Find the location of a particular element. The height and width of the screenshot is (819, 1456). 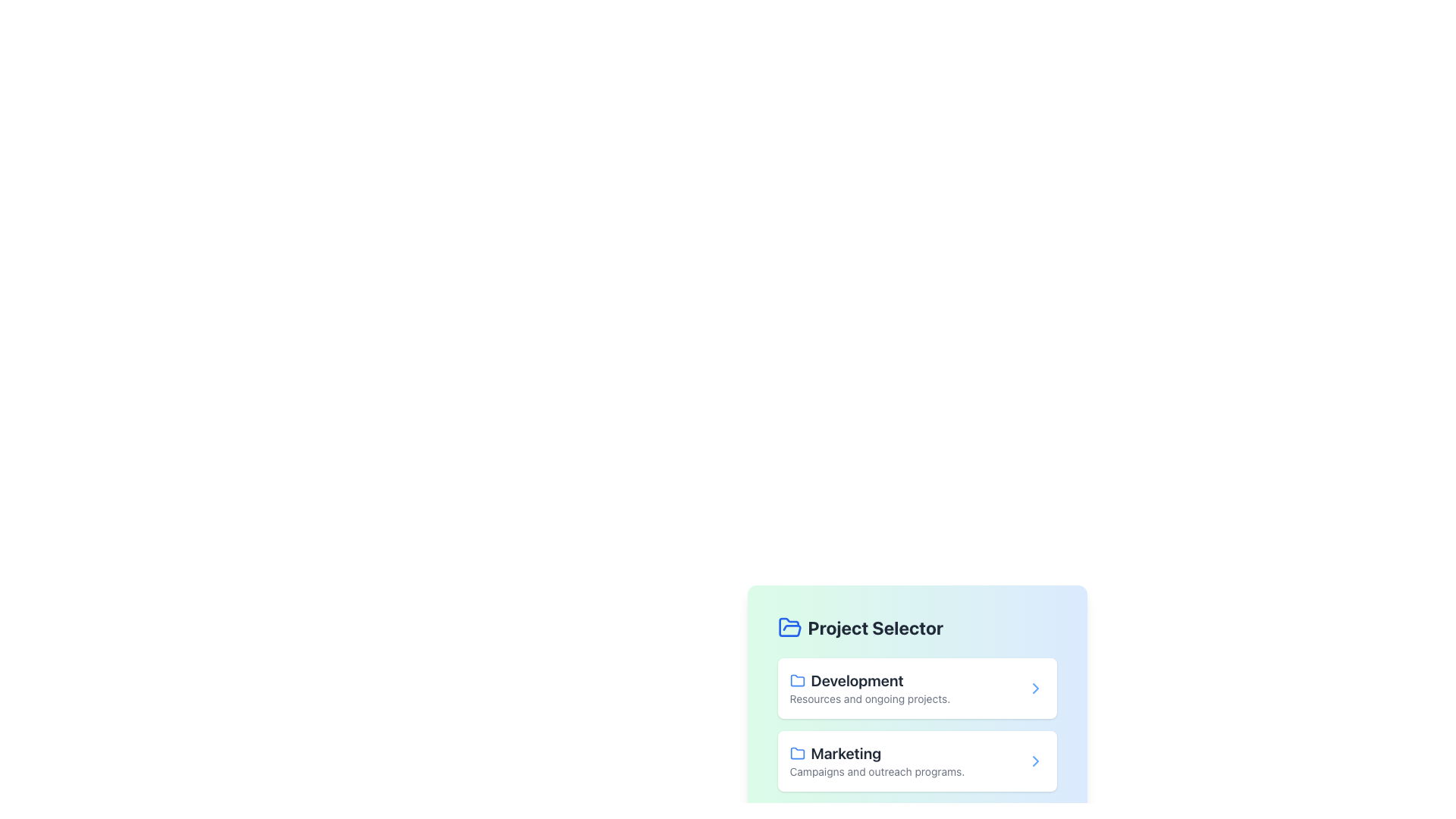

the 'Marketing' text label, which is styled with a bold dark gray font and has a blue folder icon on its left is located at coordinates (877, 754).